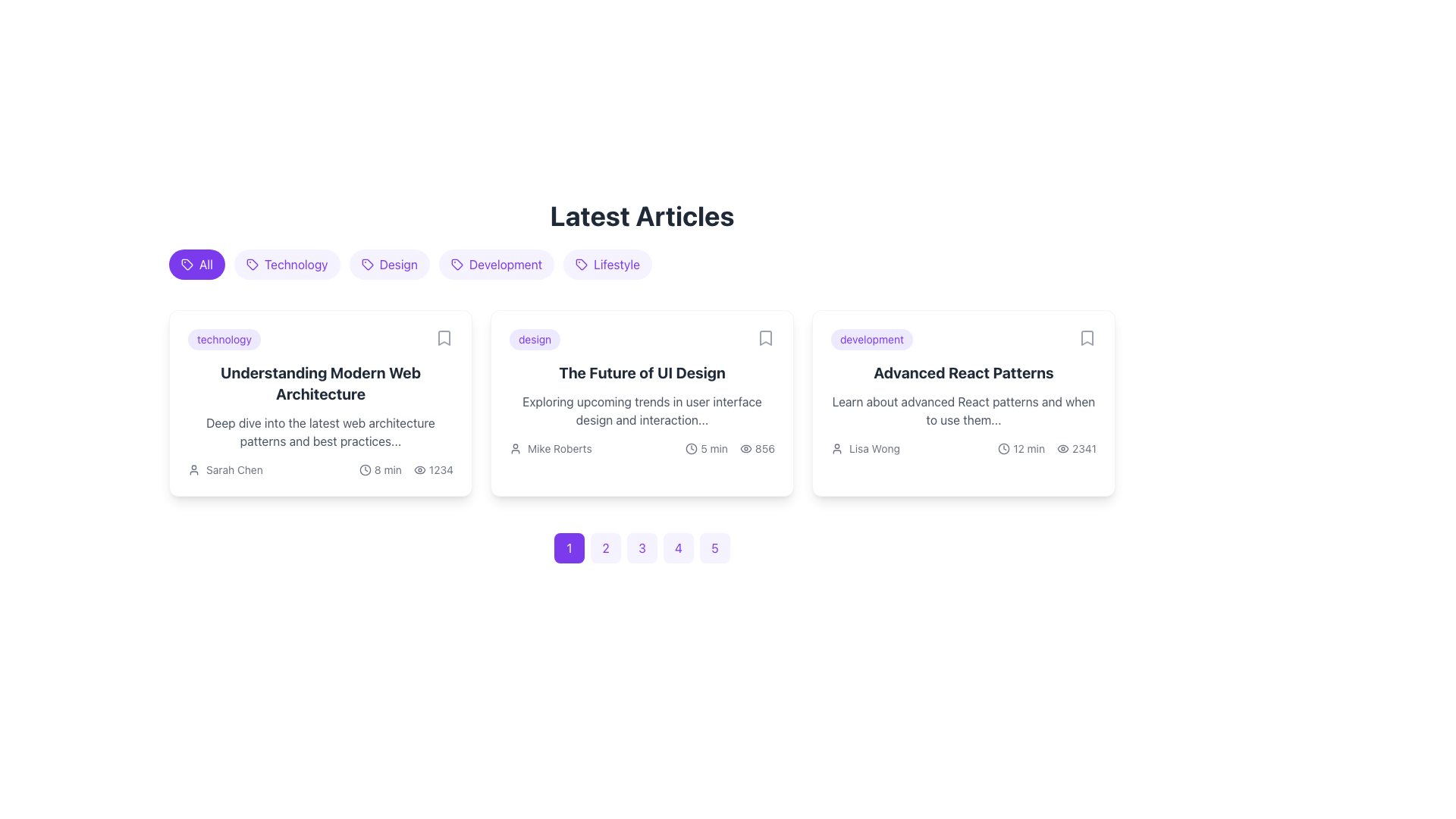  What do you see at coordinates (496, 263) in the screenshot?
I see `the fourth chip or tag component labeled 'Development'` at bounding box center [496, 263].